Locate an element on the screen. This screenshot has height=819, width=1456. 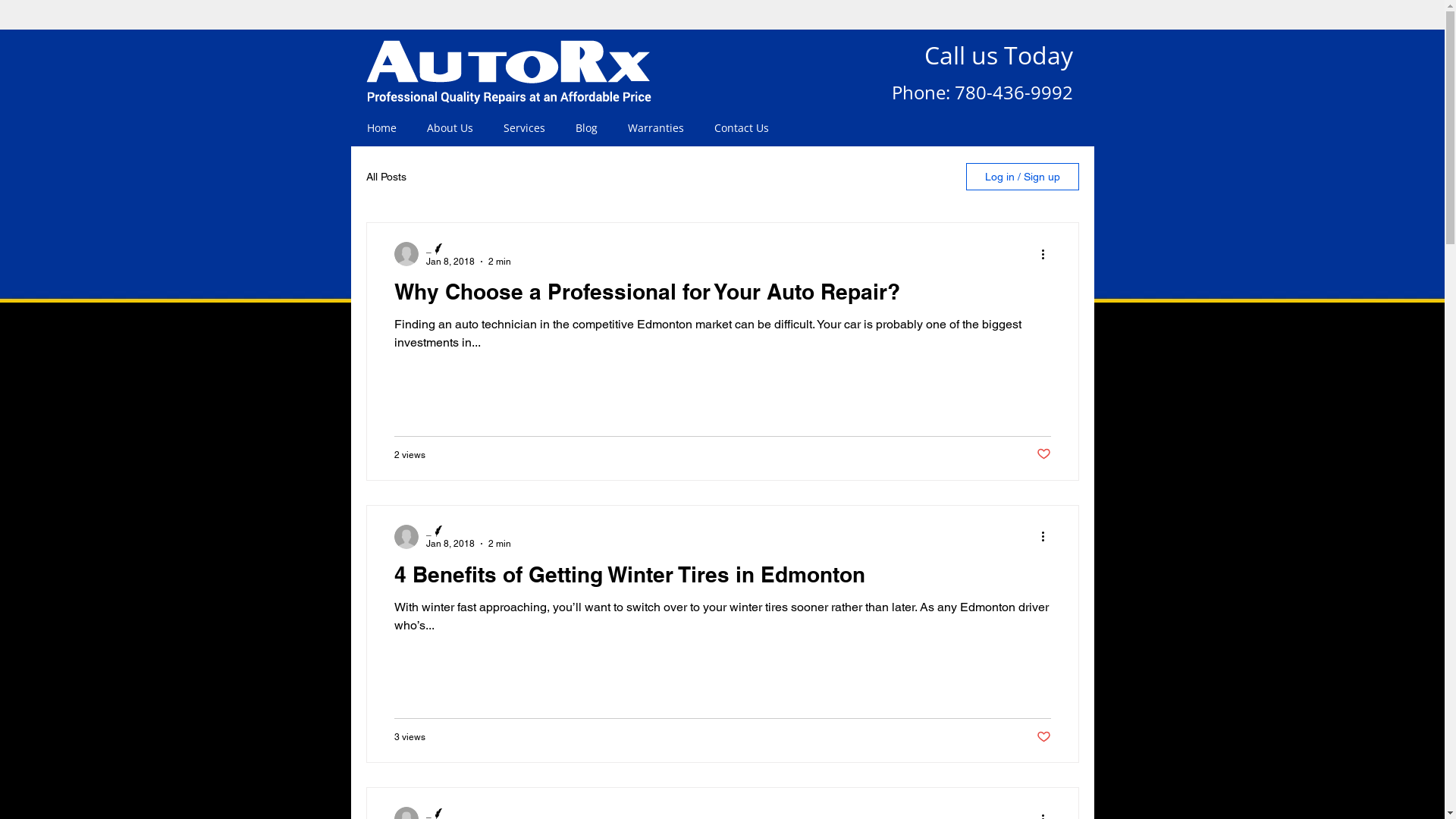
'About Us' is located at coordinates (448, 127).